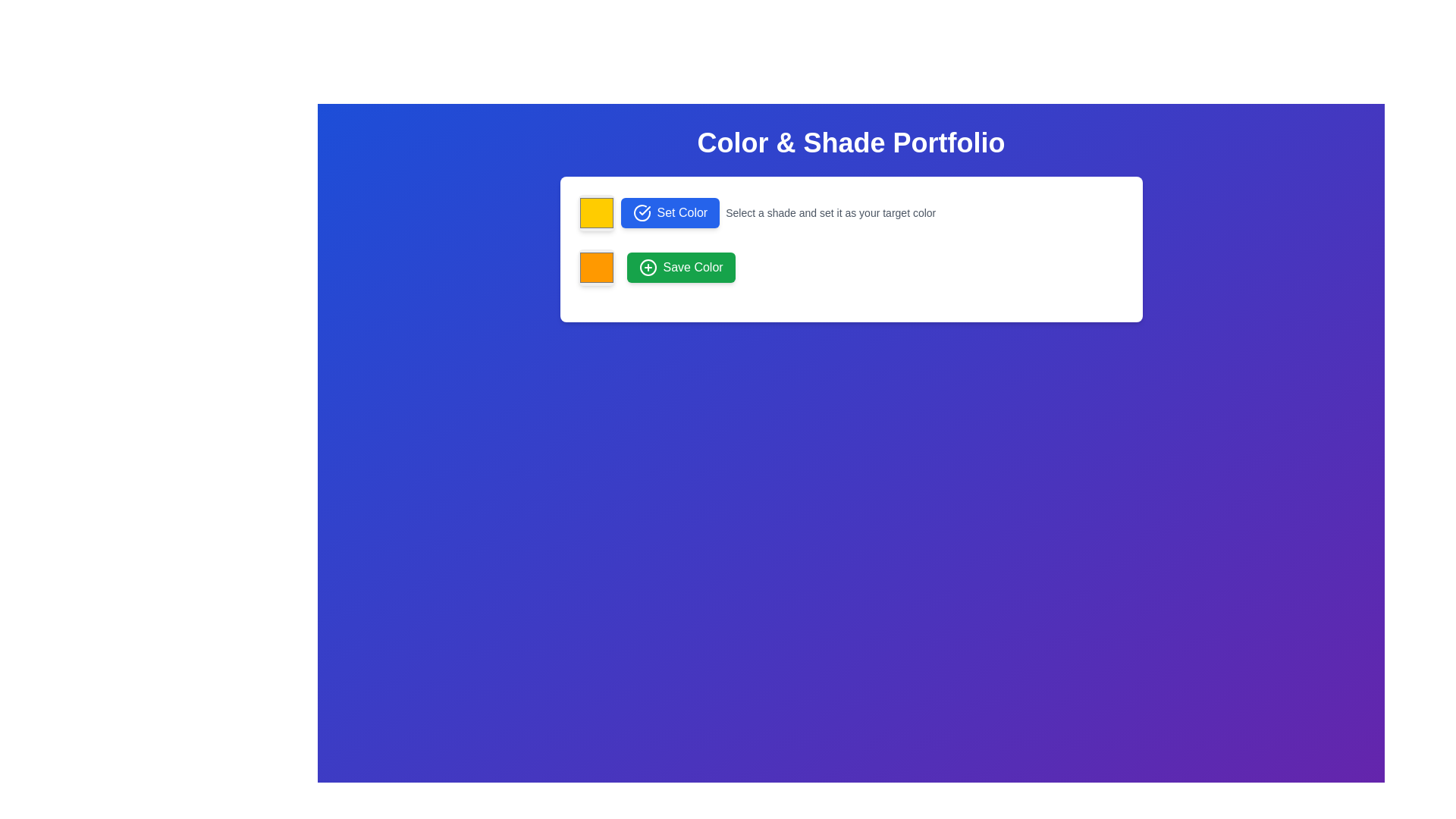 This screenshot has width=1456, height=819. What do you see at coordinates (648, 267) in the screenshot?
I see `the circular green icon with a plus sign in the center, which is located within the 'Save Color' button at the lower-right corner of the white panel` at bounding box center [648, 267].